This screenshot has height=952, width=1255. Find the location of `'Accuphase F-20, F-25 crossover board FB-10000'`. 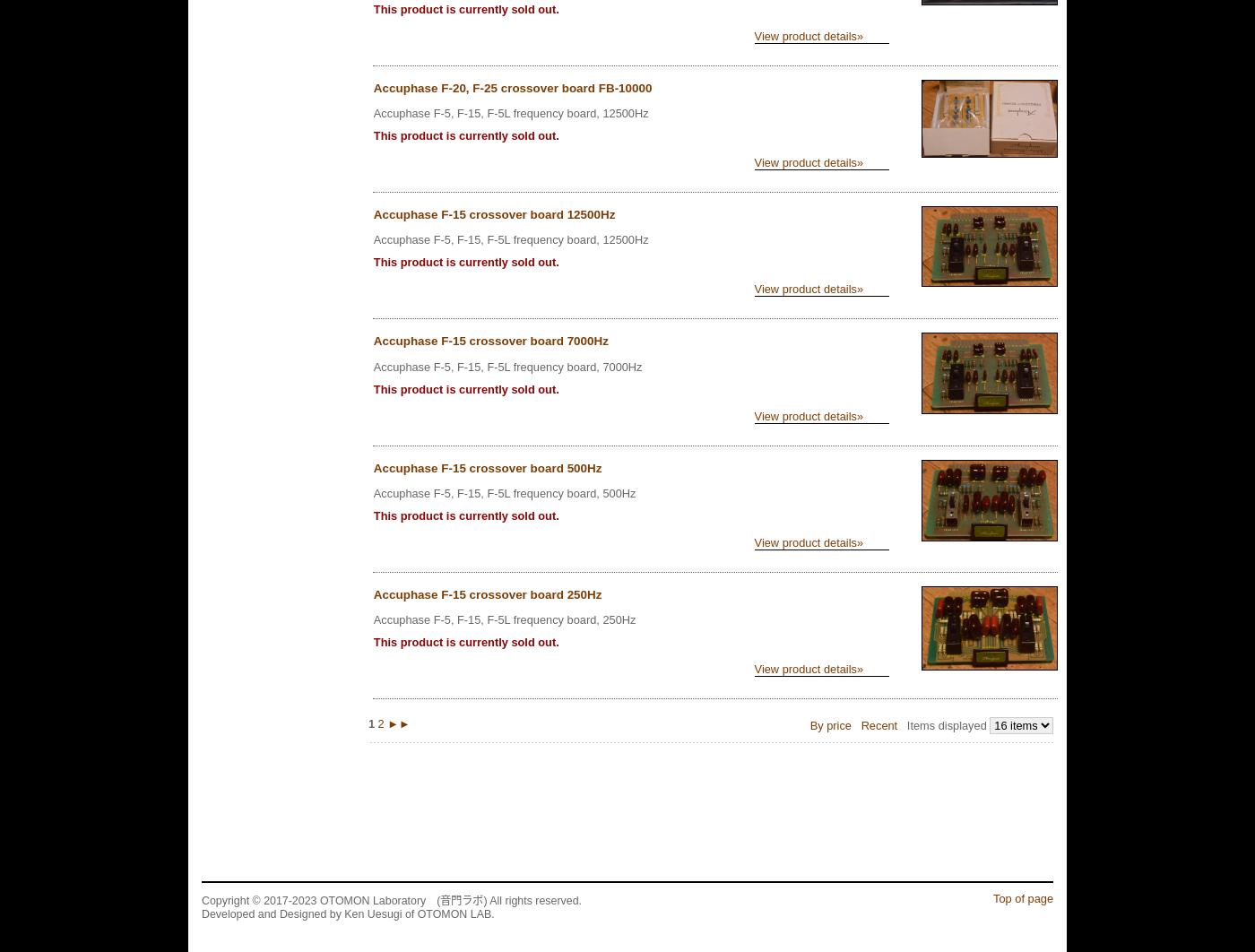

'Accuphase F-20, F-25 crossover board FB-10000' is located at coordinates (512, 88).